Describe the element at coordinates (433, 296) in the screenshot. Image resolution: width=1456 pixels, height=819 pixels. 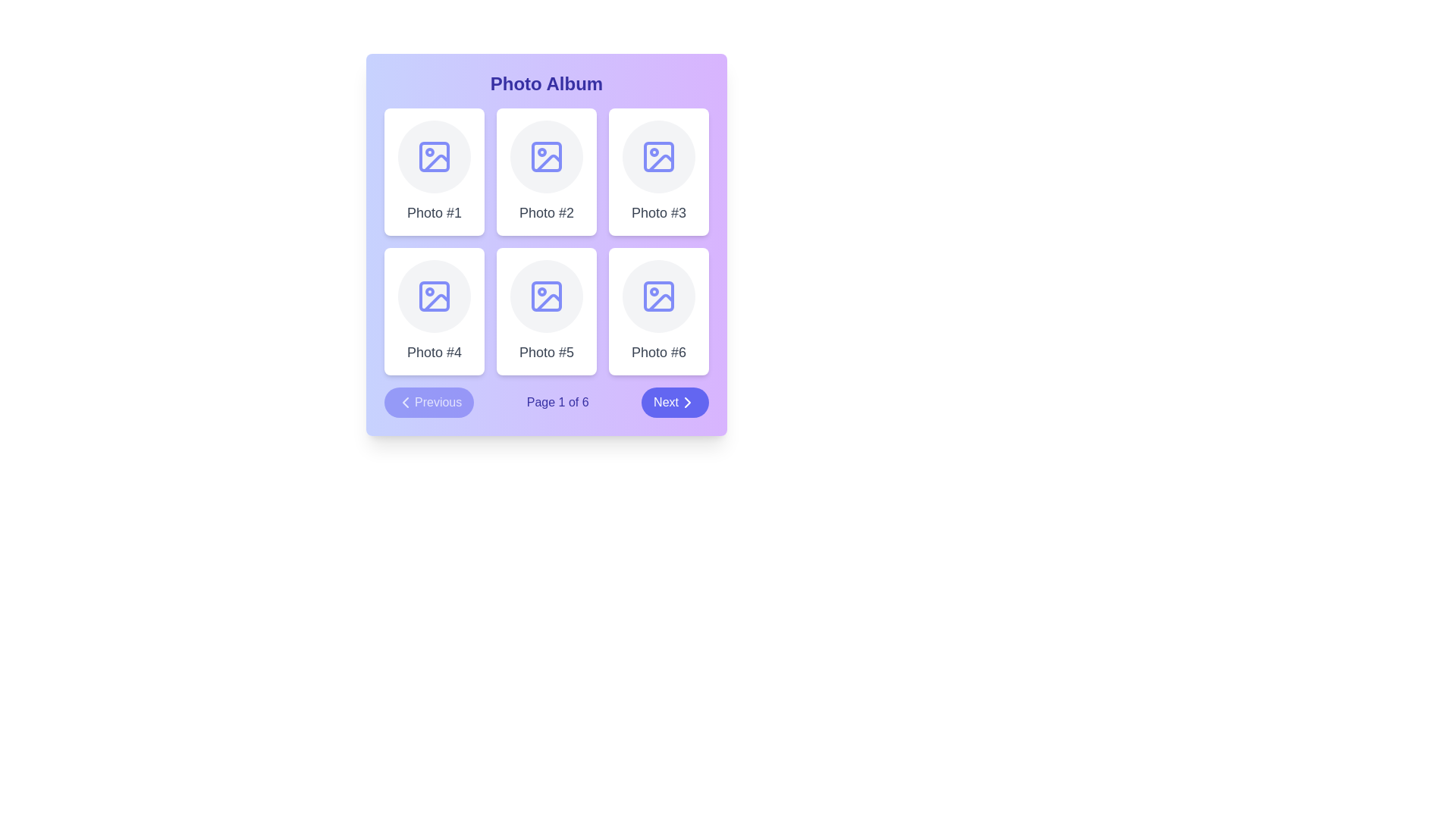
I see `the image placeholder icon located in the 'Photo #4' slot on the second row and first column of the 'Photo Album' grid` at that location.